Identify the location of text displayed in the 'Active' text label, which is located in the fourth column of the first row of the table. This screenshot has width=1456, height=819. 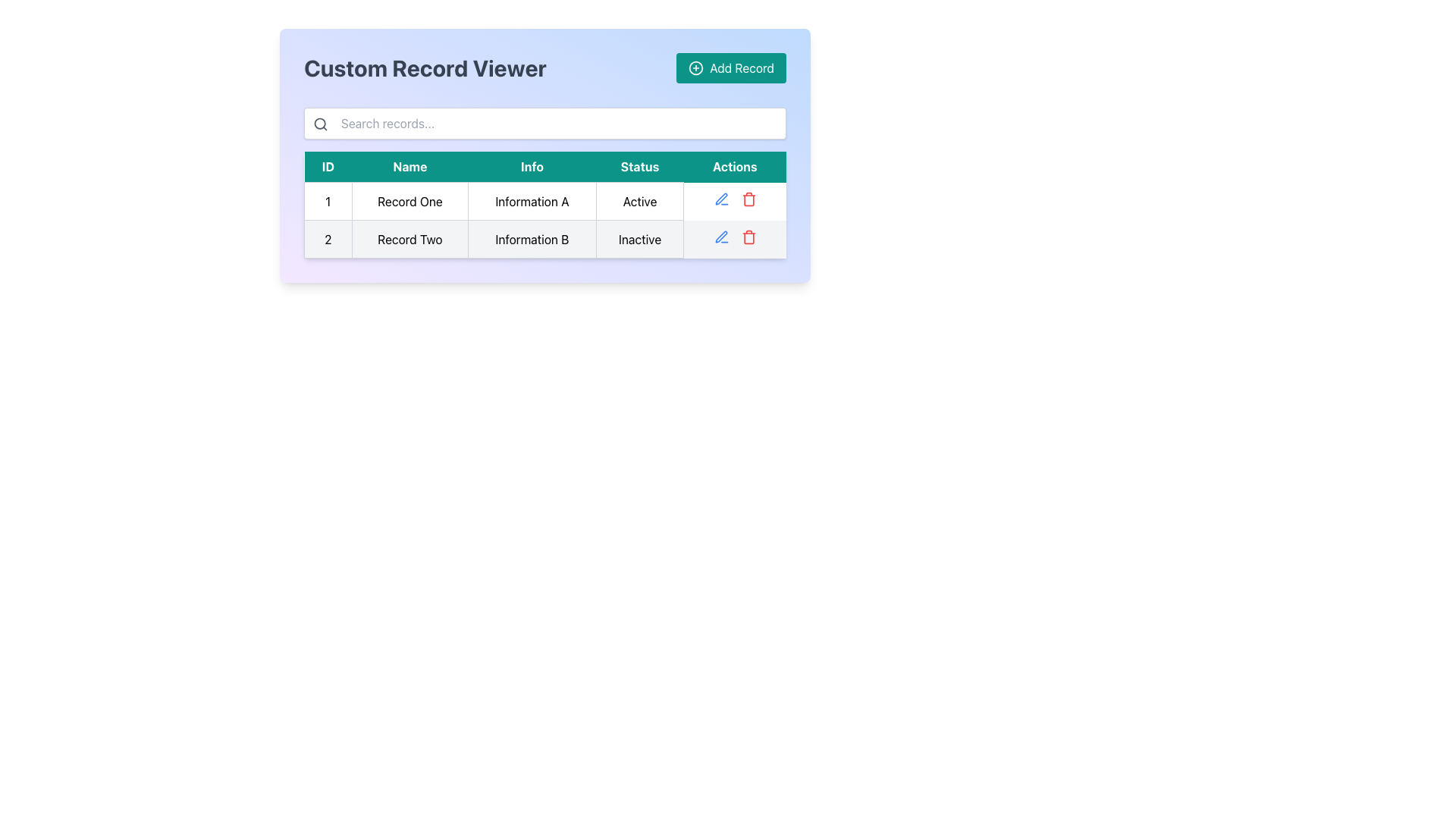
(640, 200).